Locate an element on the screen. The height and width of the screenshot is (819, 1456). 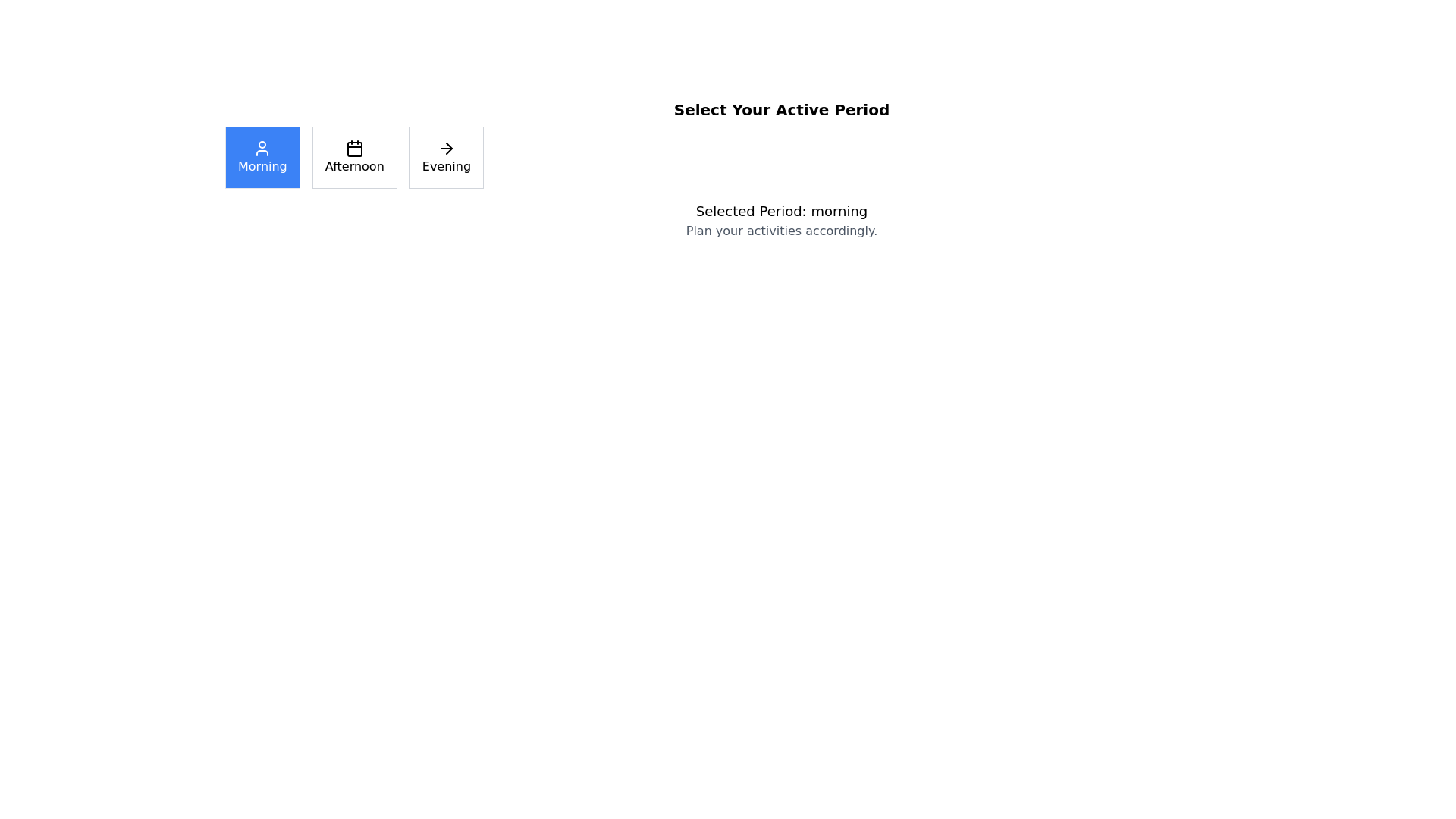
the informational text that summarizes the user's selected period, located beneath the selection options for 'Morning,' 'Afternoon,' and 'Evening' in the 'Select Your Active Period' section is located at coordinates (782, 220).